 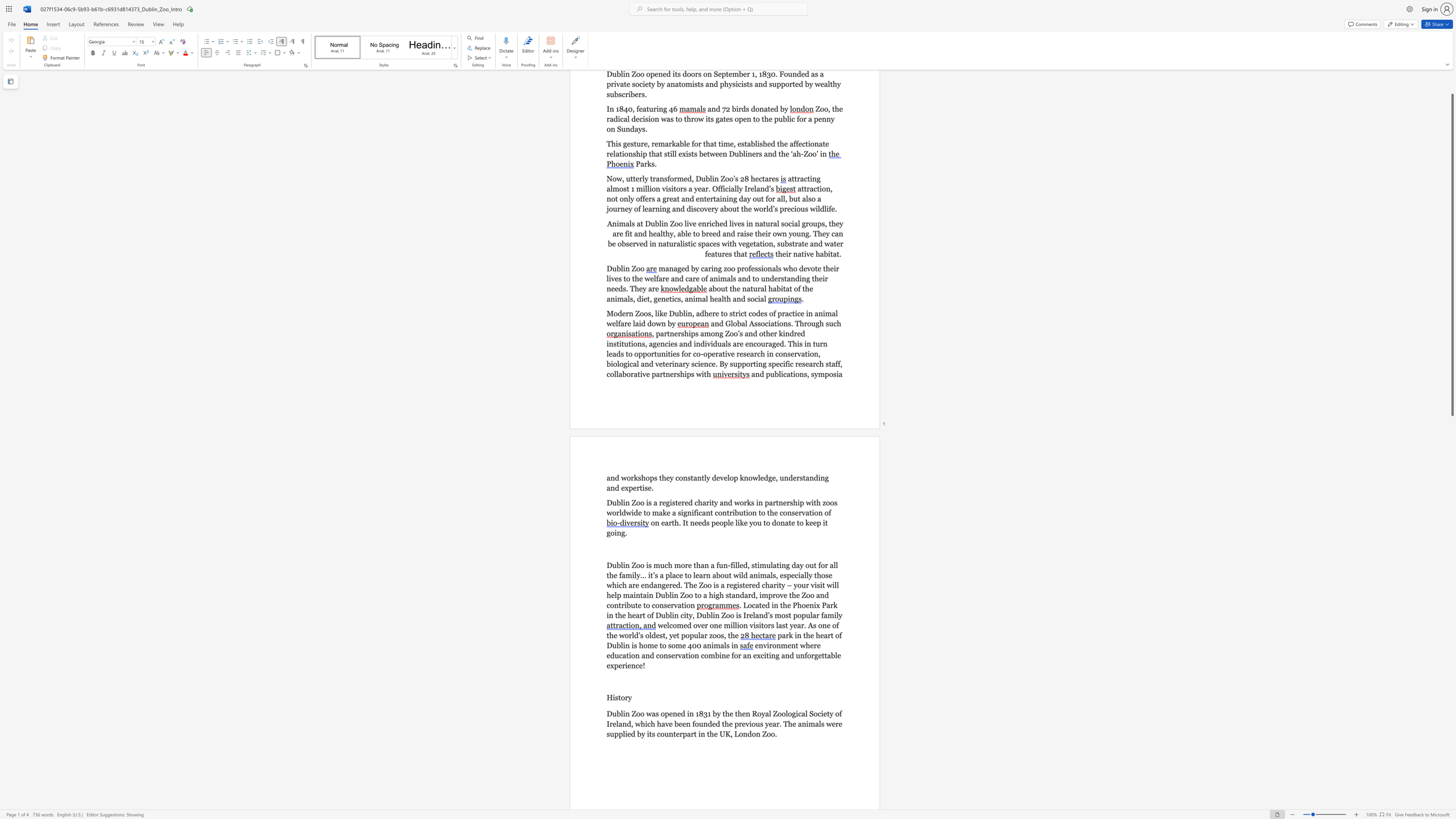 I want to click on the subset text "relationship that still exists betwe" within the text "the affectionate relationship that still exists between Dubliners and the ‘ah-Zoo’ in", so click(x=606, y=153).